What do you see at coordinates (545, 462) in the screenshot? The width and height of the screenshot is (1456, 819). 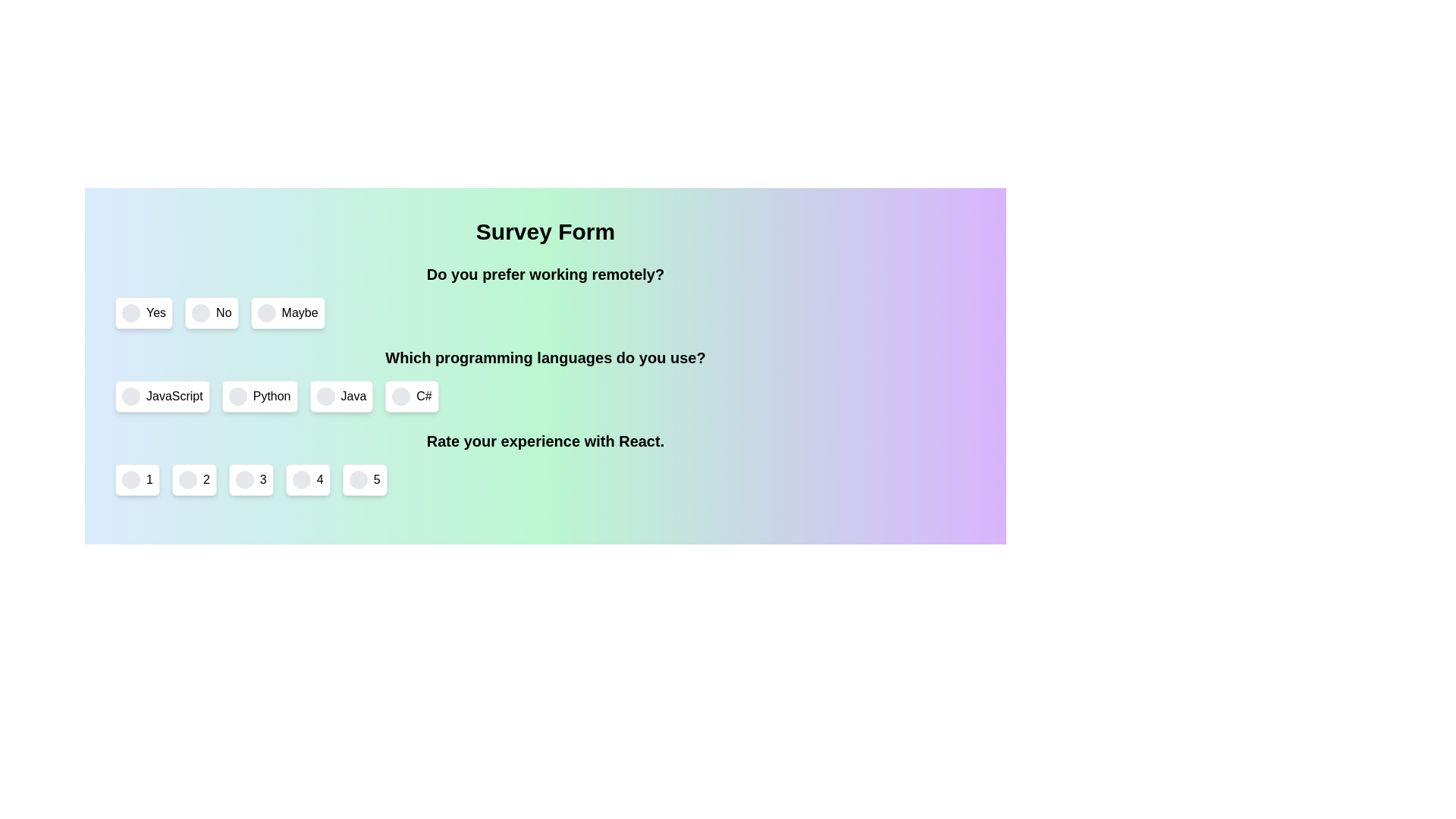 I see `to select a rating option from the Rating Widget, which consists of numeric choices (1` at bounding box center [545, 462].